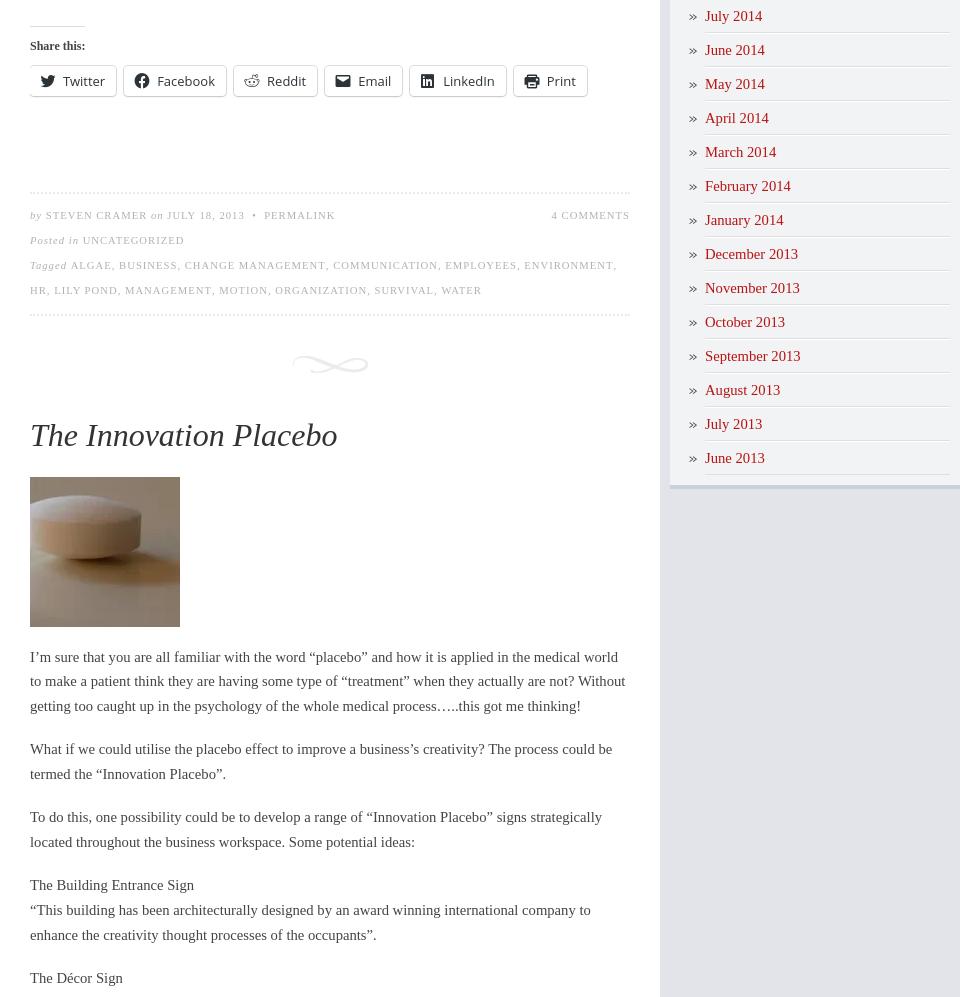 This screenshot has width=960, height=997. I want to click on 'communication', so click(333, 264).